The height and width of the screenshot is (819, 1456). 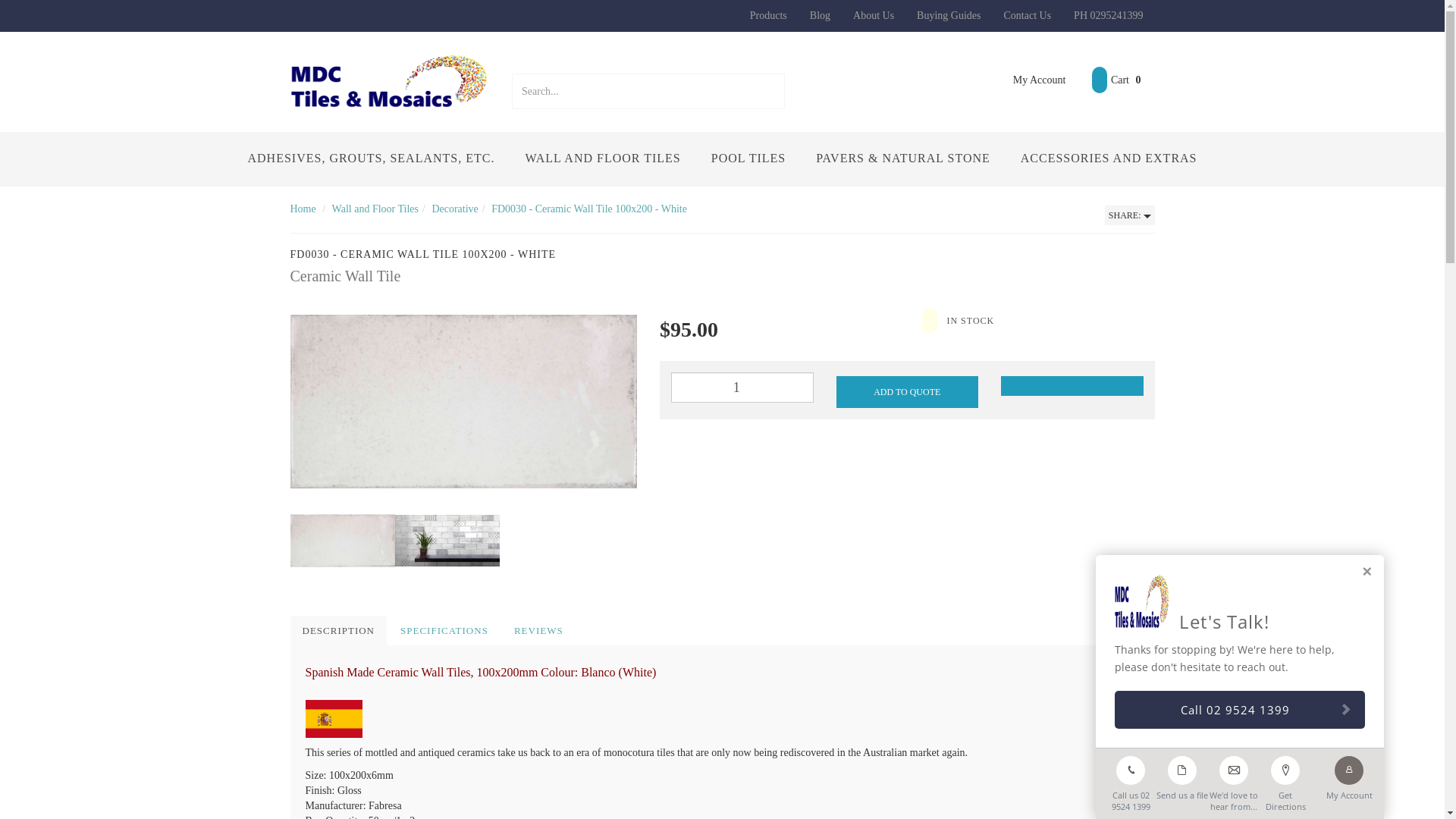 I want to click on 'POOL TILES', so click(x=748, y=158).